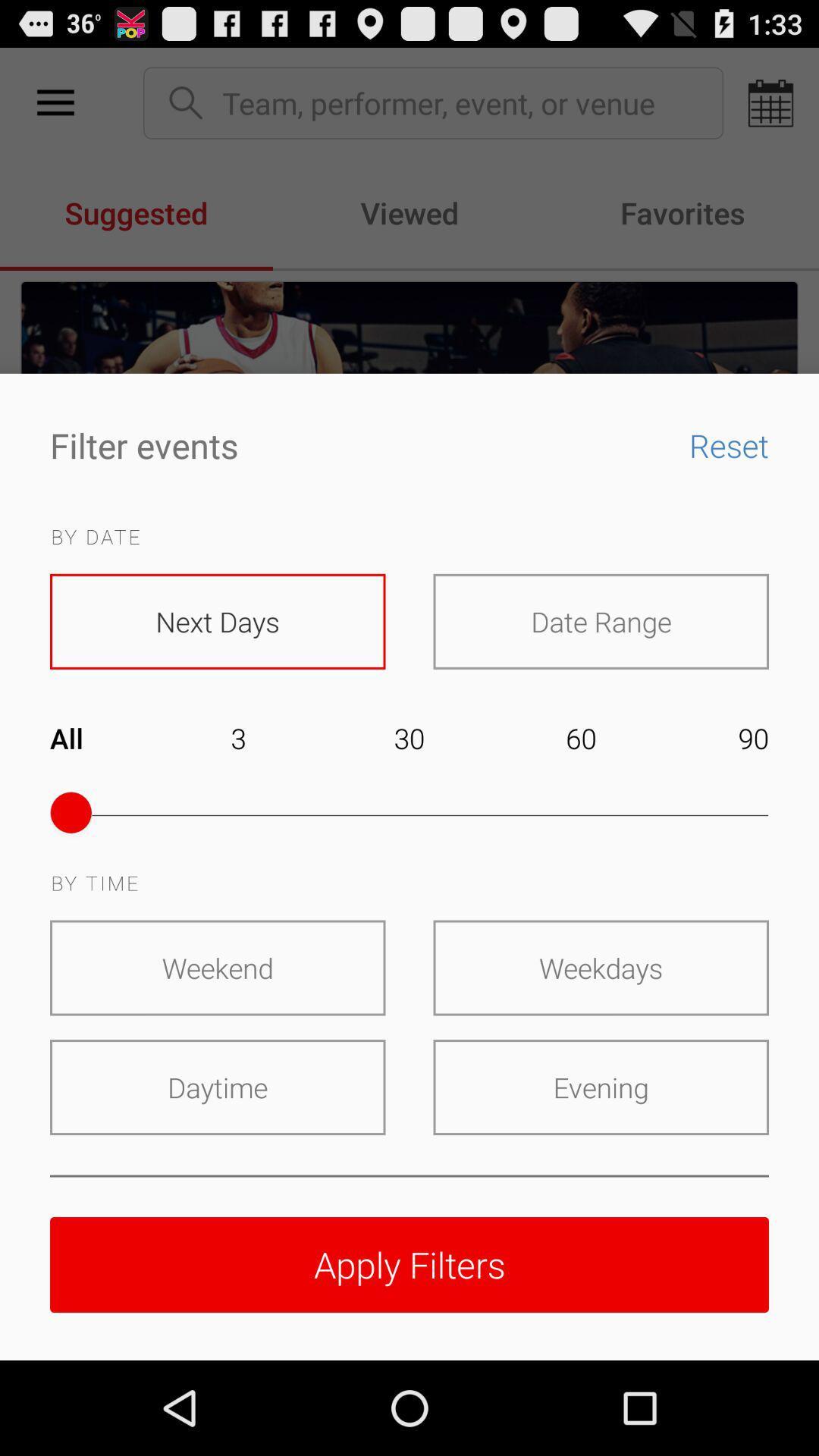  What do you see at coordinates (600, 621) in the screenshot?
I see `the date range icon` at bounding box center [600, 621].